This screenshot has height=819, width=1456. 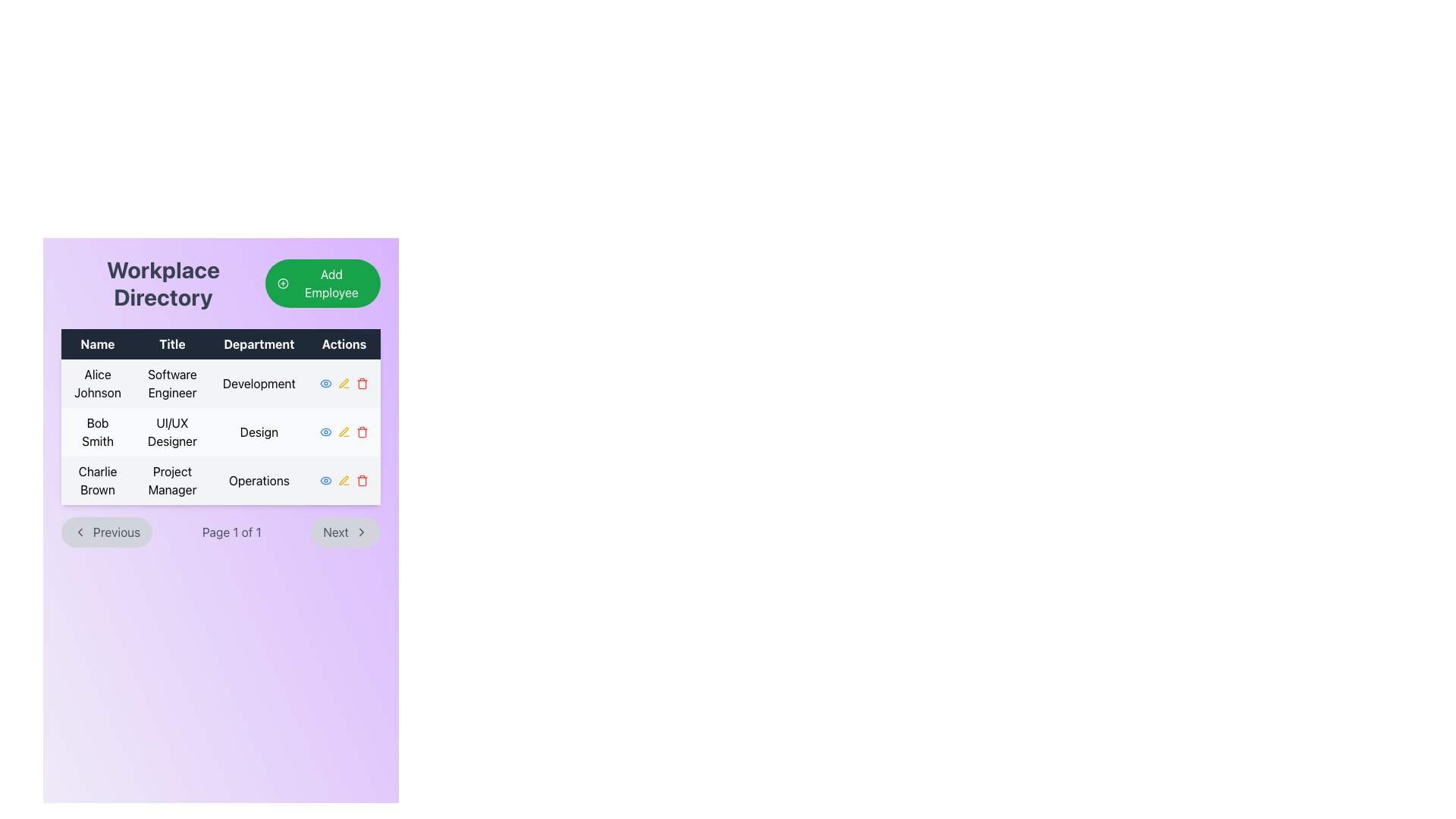 I want to click on the Text Label that displays the current page number and total pages, located in the middle of the pagination bar at the bottom of the interface, so click(x=231, y=532).